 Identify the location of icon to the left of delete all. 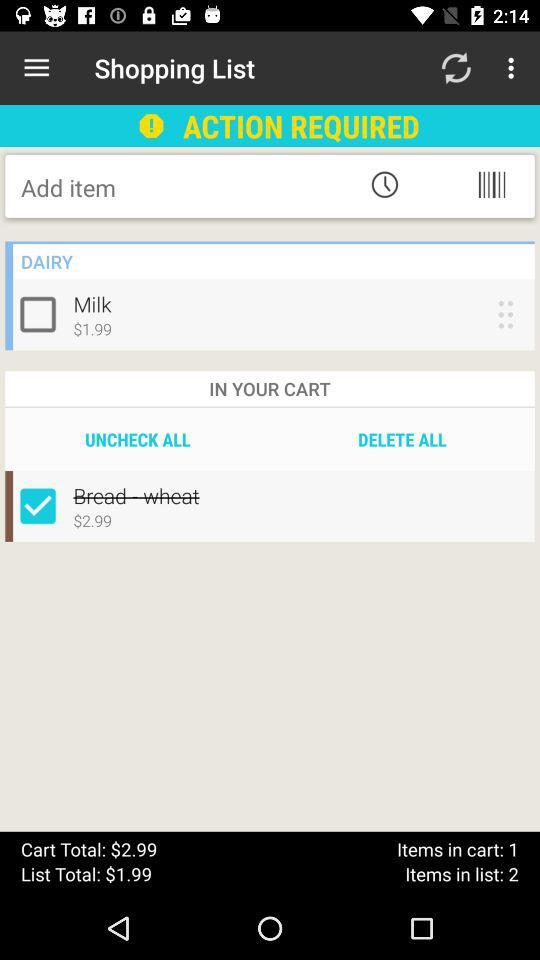
(136, 439).